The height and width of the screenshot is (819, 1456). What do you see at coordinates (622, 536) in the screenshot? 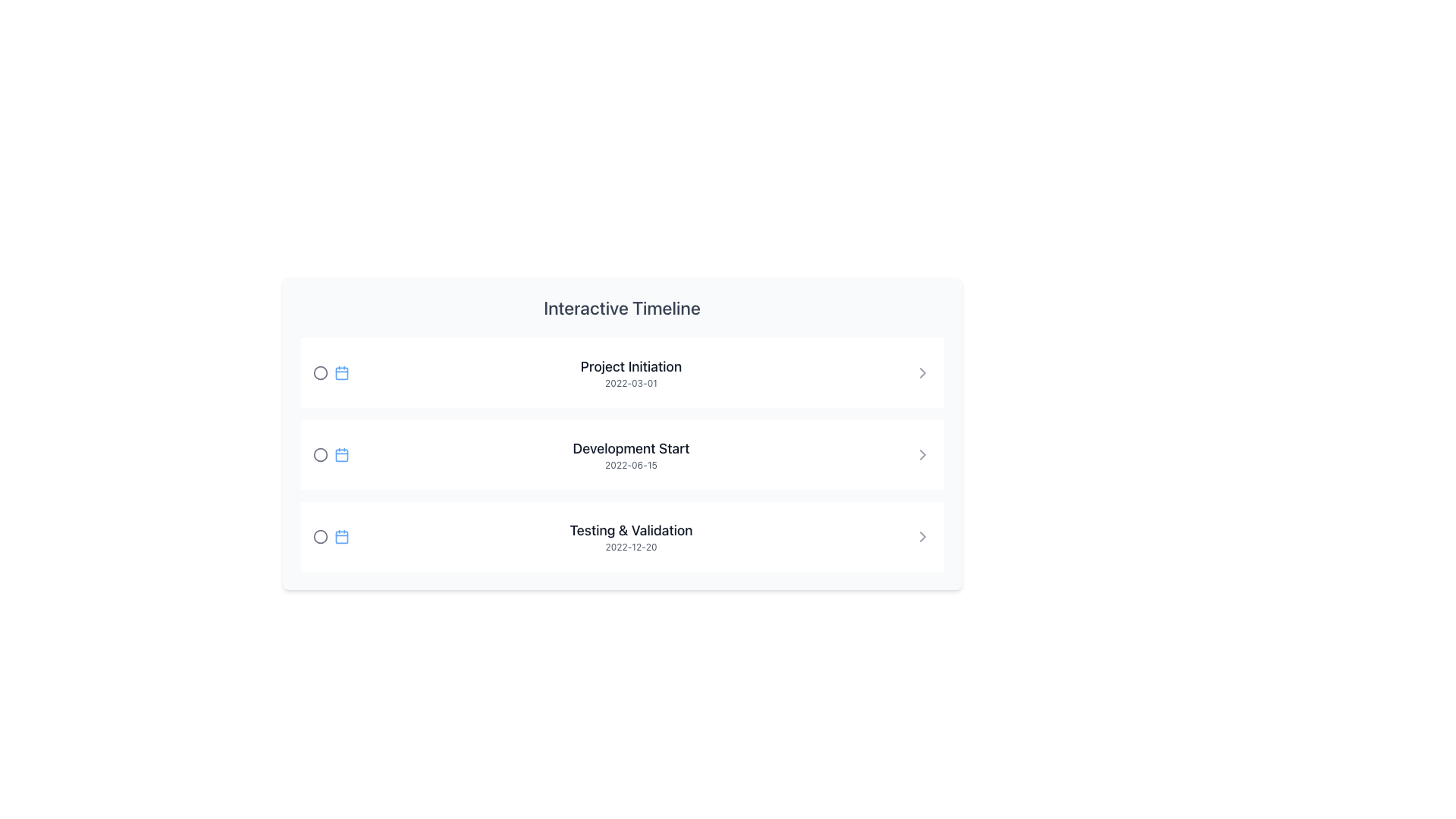
I see `the 'Testing & Validation' stage element in the interactive timeline, which is the third item in the list, positioned between 'Development Start' and the scrollbar` at bounding box center [622, 536].